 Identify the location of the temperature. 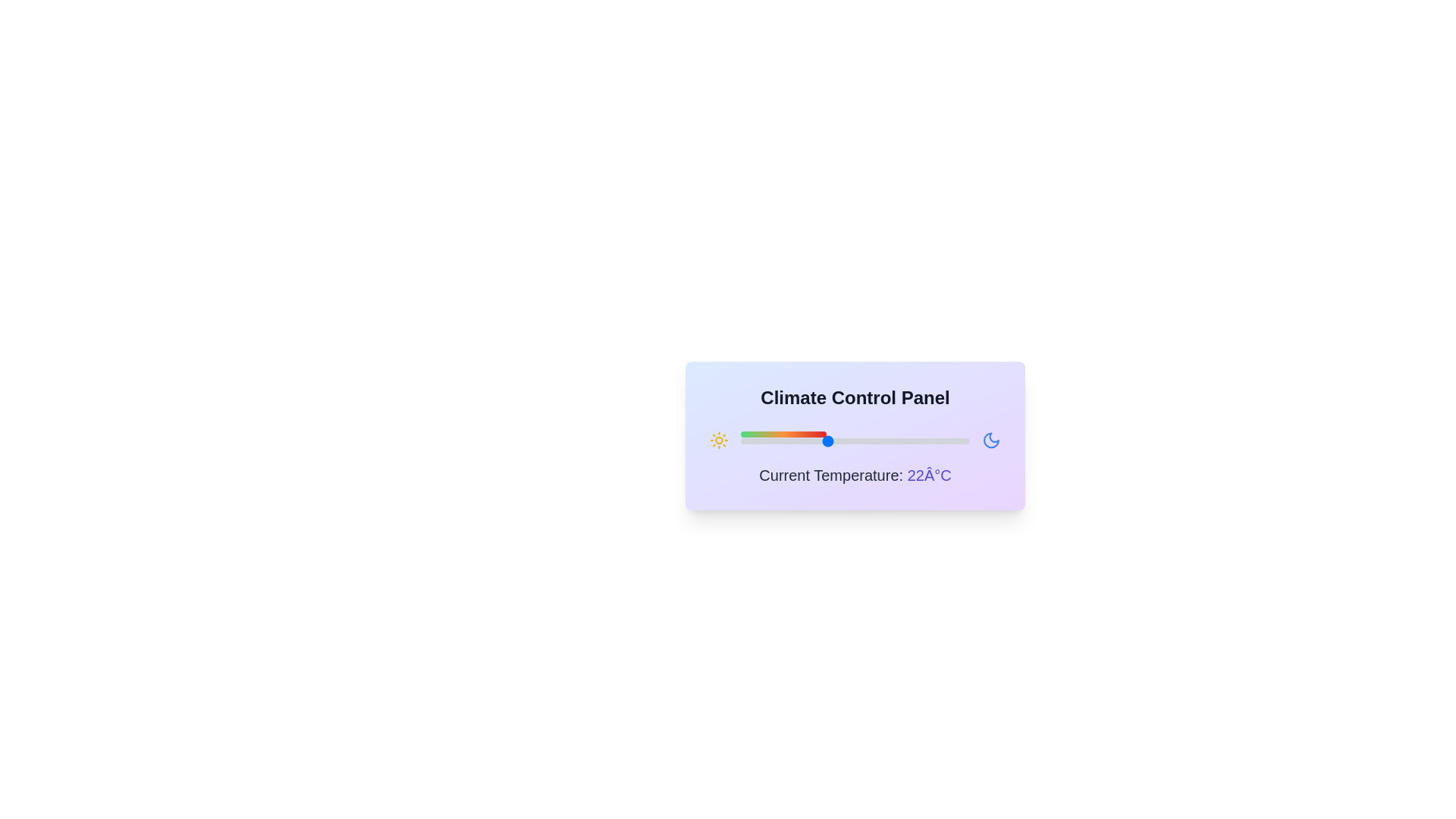
(883, 441).